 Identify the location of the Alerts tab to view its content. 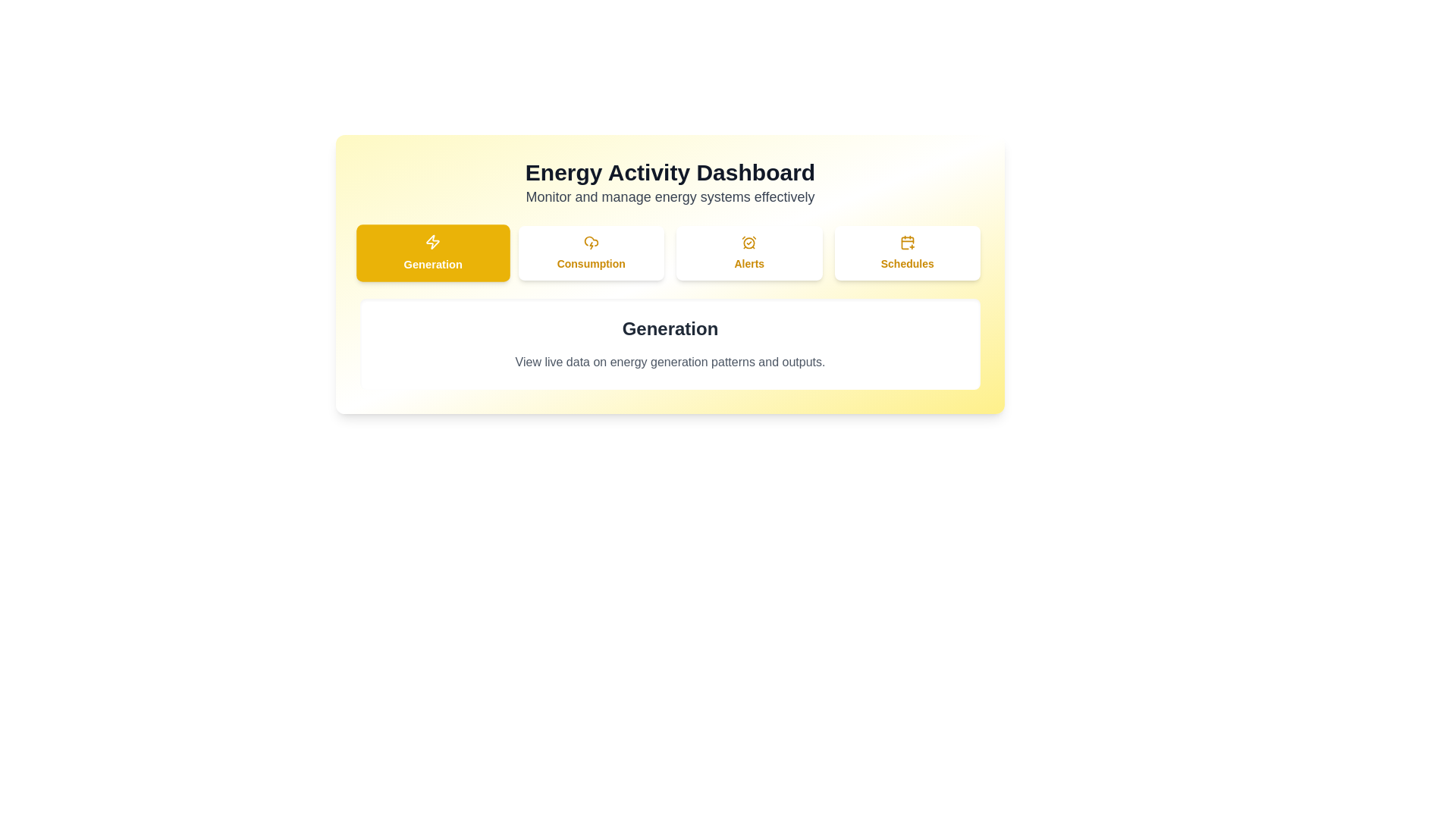
(749, 253).